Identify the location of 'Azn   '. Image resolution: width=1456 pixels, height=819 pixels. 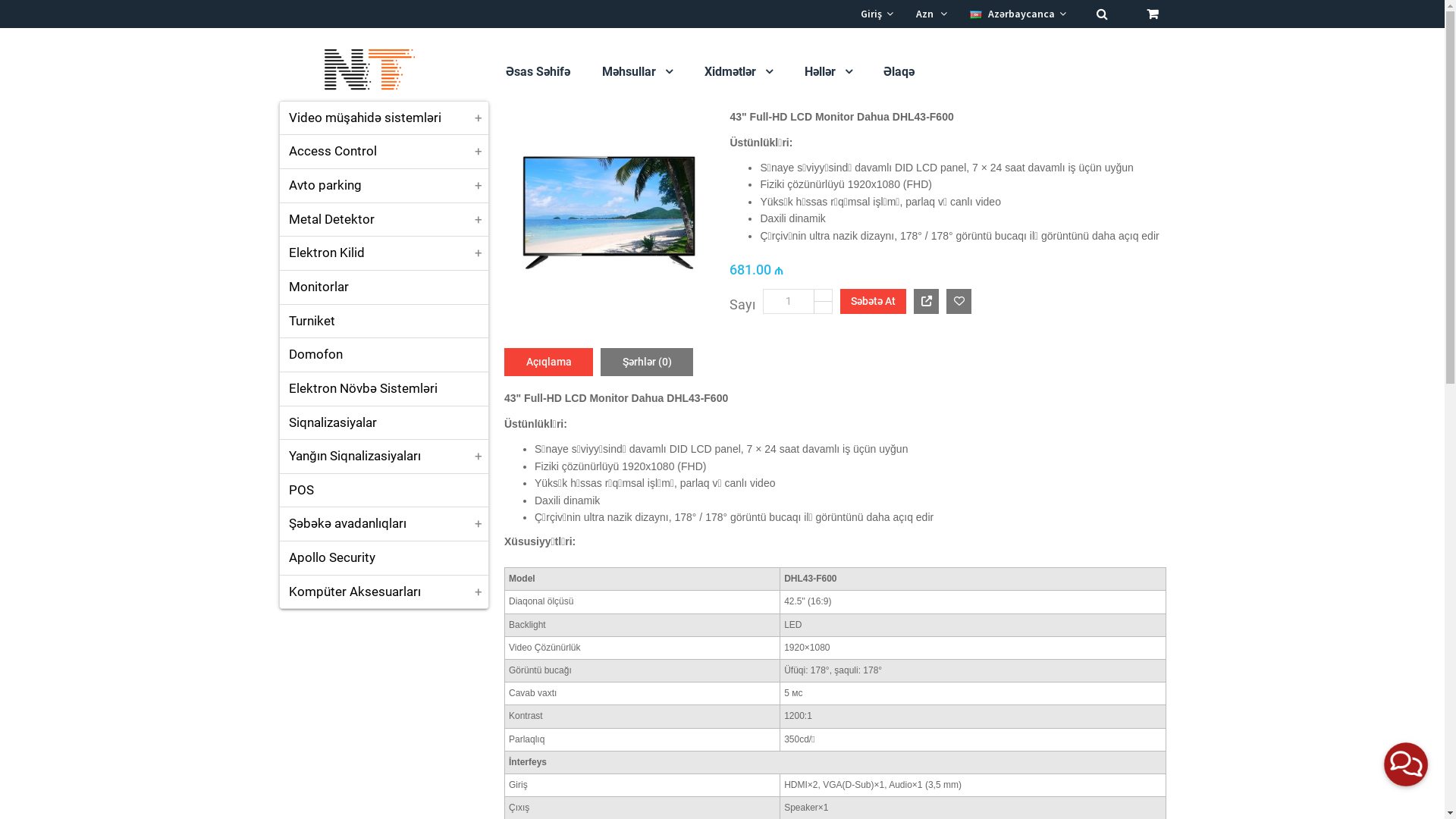
(915, 14).